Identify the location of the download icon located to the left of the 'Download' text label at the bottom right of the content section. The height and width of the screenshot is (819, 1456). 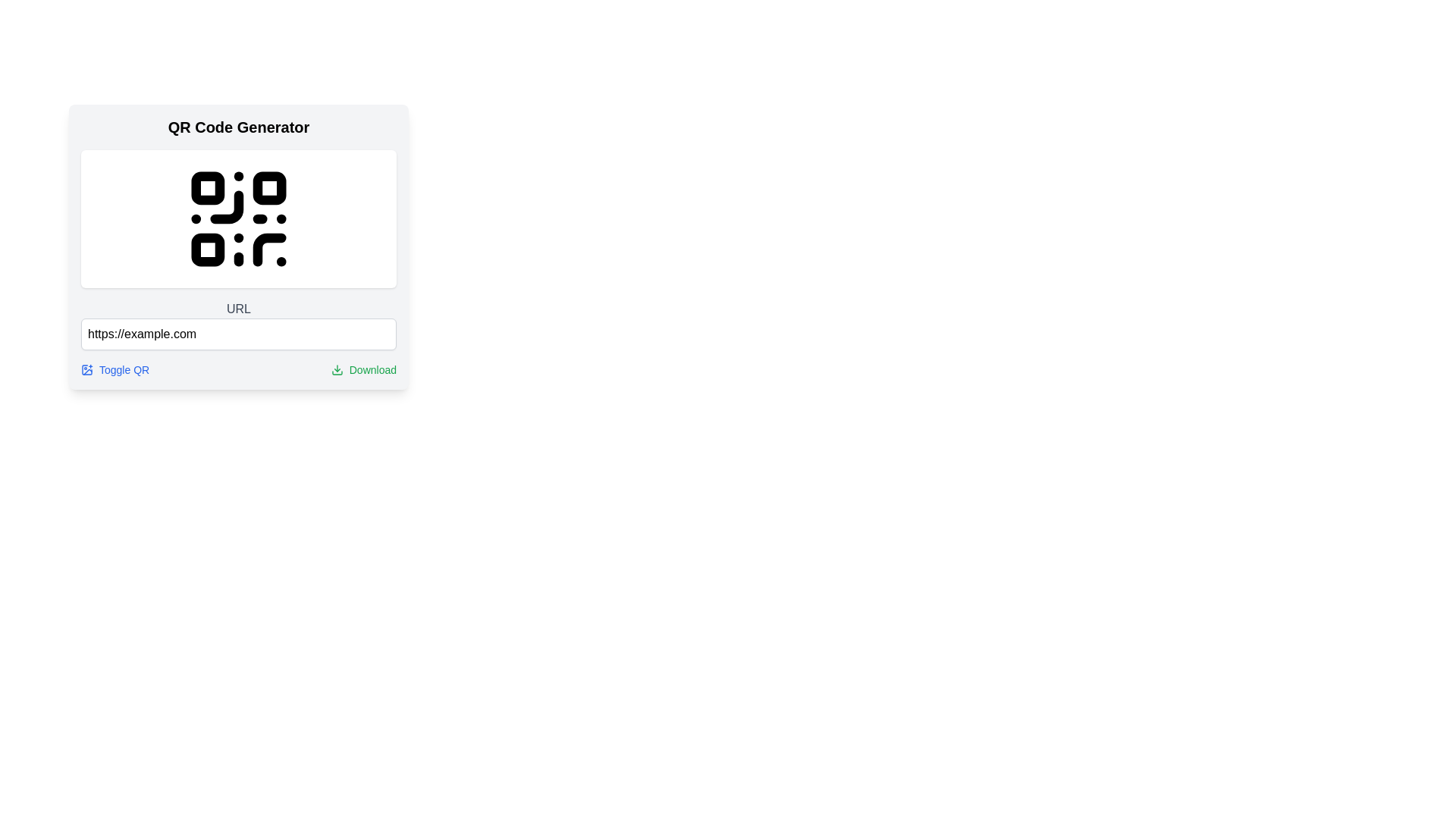
(336, 370).